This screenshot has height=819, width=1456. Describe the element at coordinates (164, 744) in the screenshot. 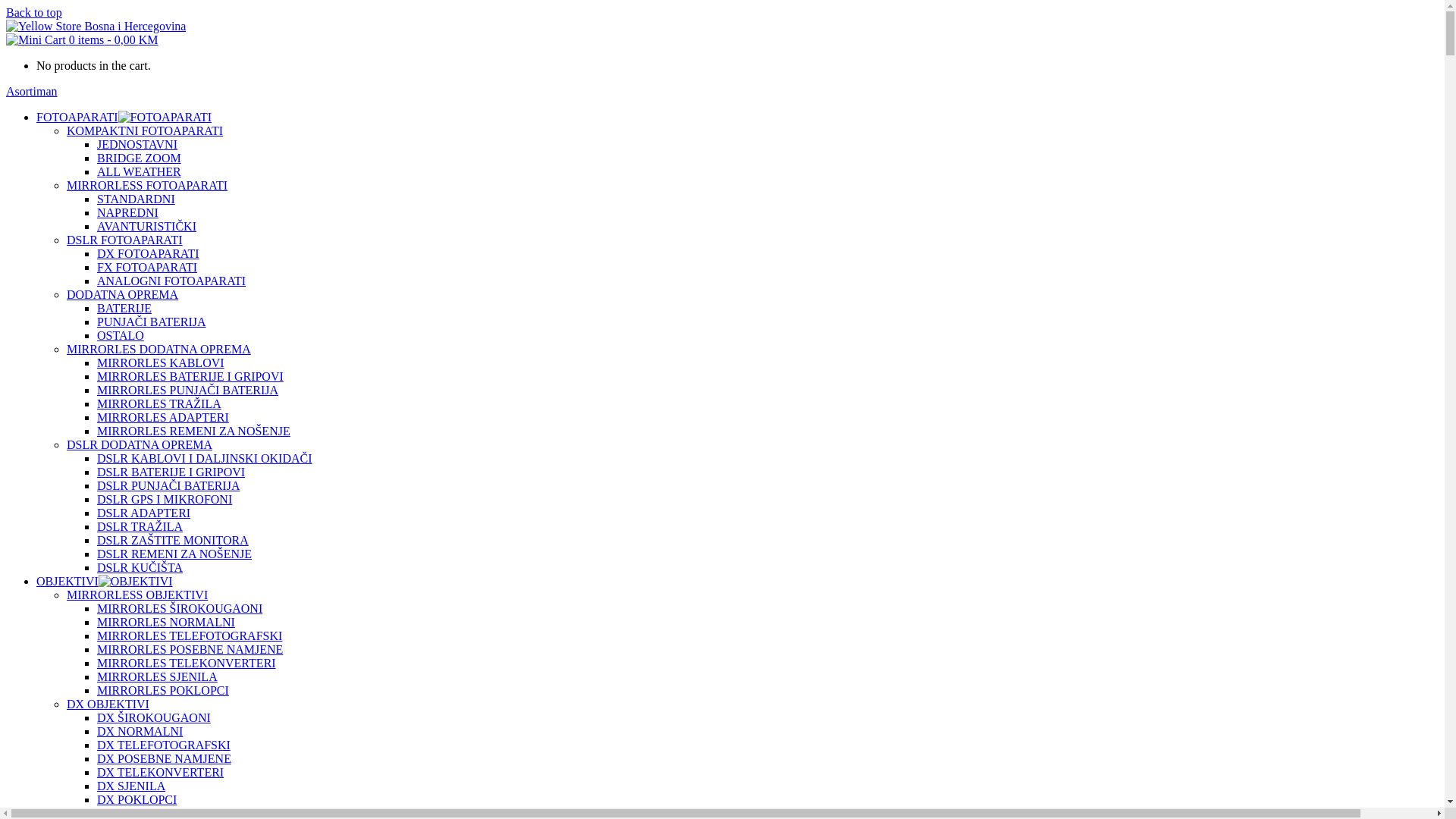

I see `'DX TELEFOTOGRAFSKI'` at that location.